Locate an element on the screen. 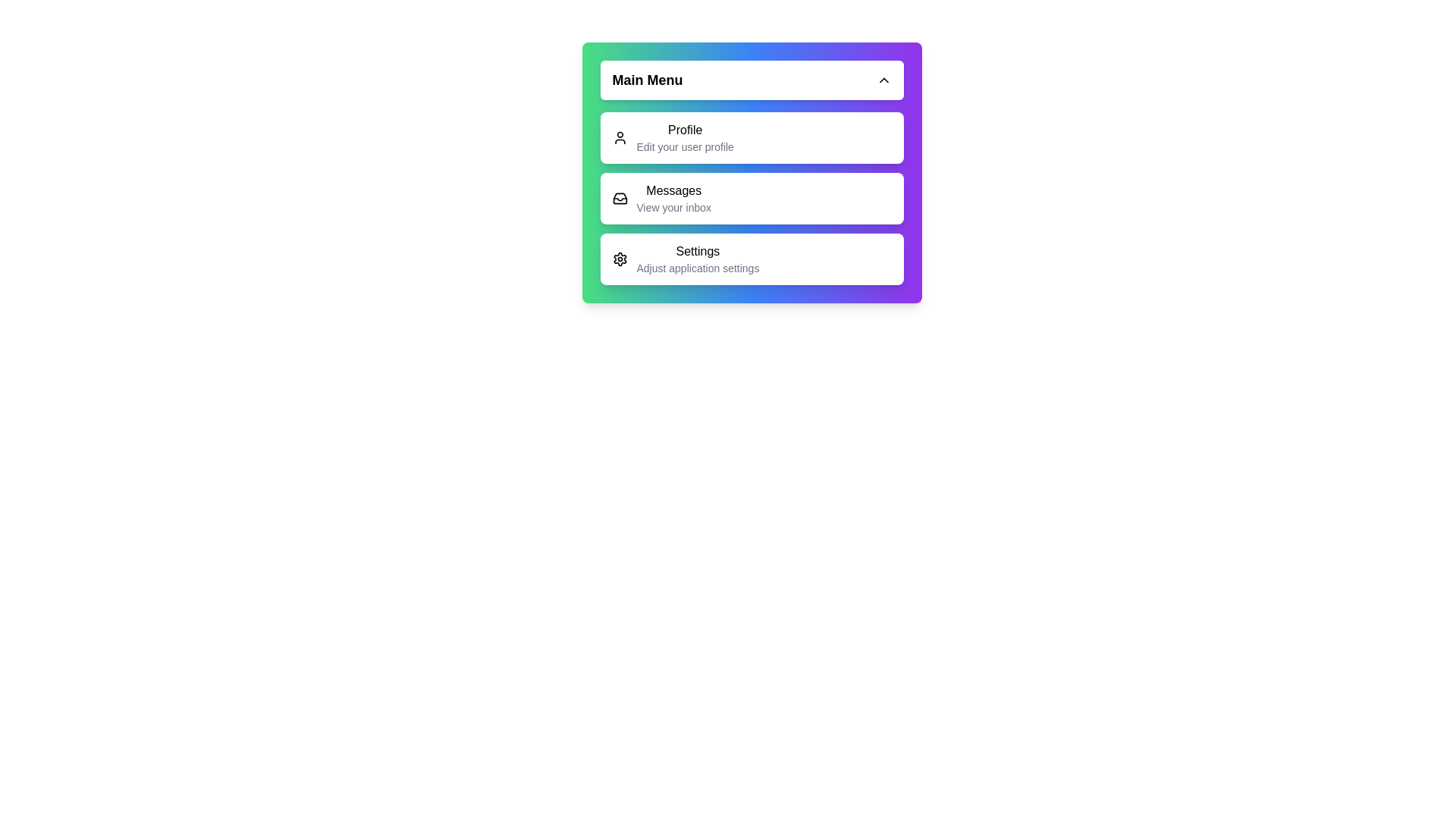 This screenshot has width=1456, height=819. the menu item corresponding to Profile is located at coordinates (752, 137).